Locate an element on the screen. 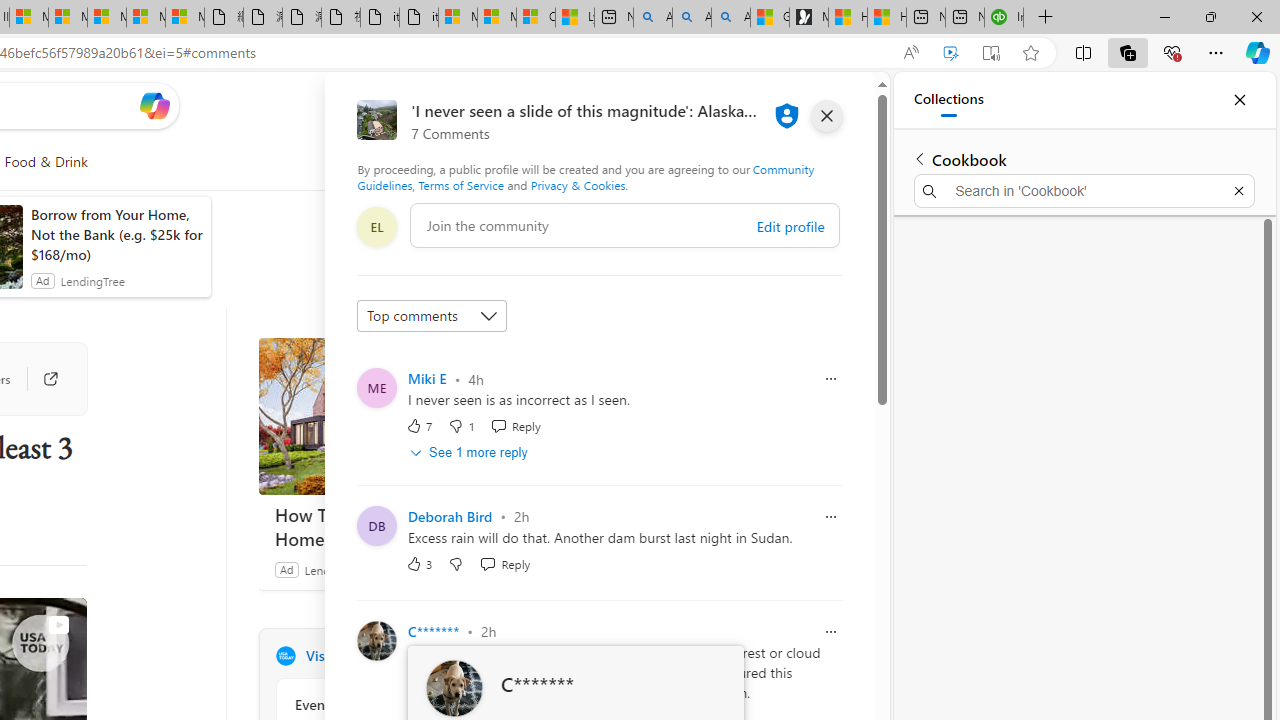  'Community Guidelines' is located at coordinates (585, 176).